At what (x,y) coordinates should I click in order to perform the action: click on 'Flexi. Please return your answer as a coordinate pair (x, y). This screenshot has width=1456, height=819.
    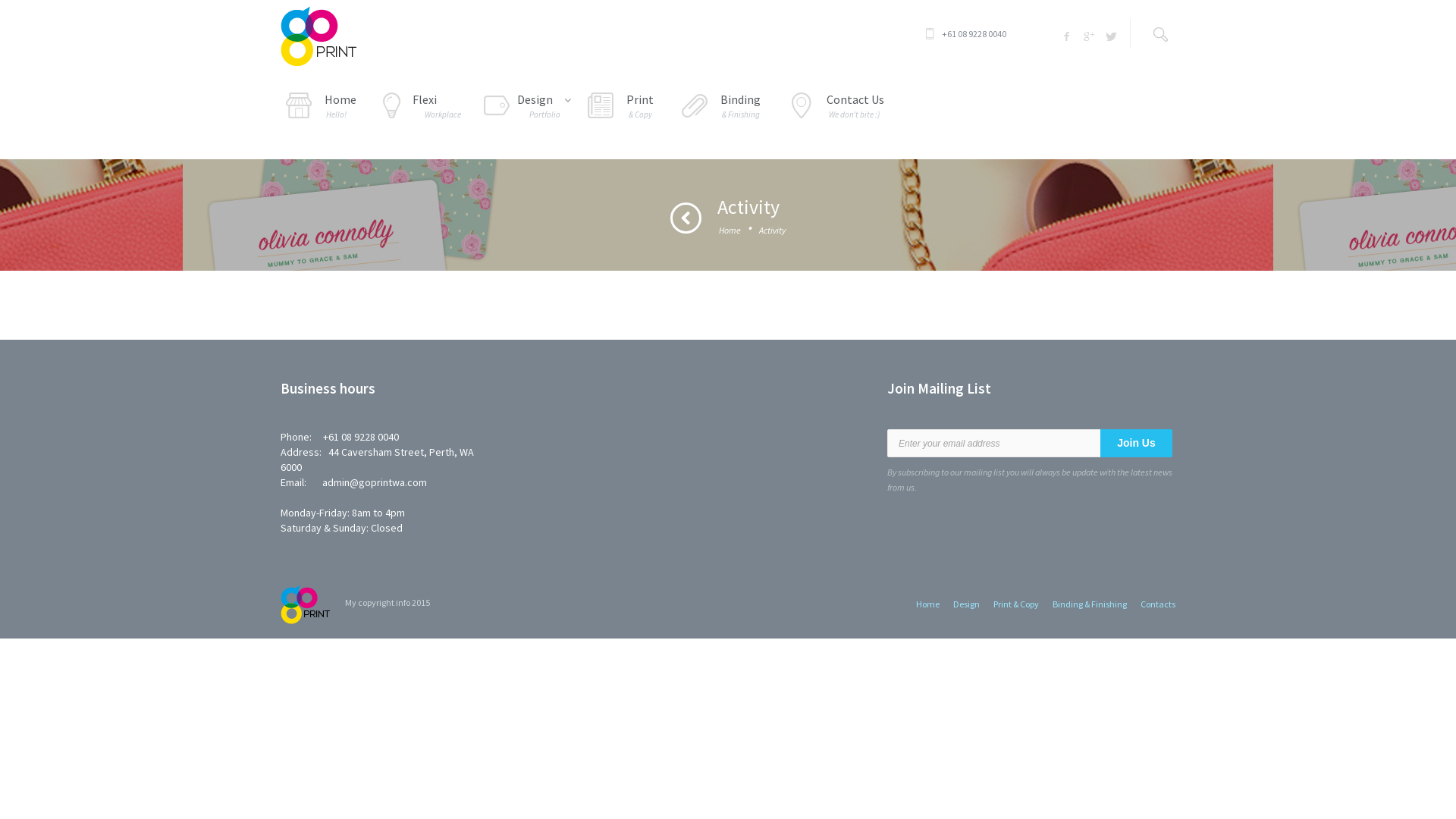
    Looking at the image, I should click on (419, 107).